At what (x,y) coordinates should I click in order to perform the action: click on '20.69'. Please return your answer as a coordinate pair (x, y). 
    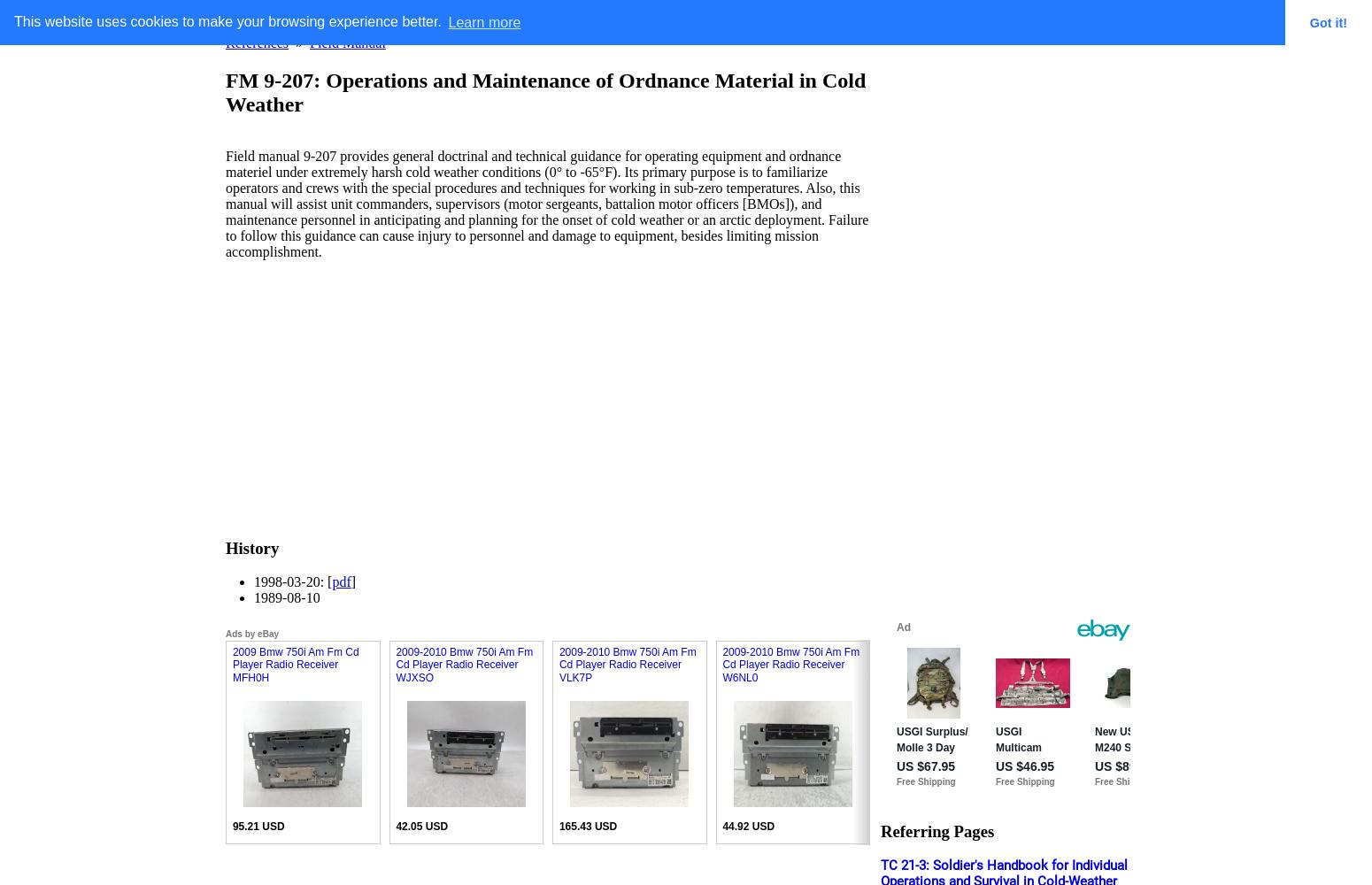
    Looking at the image, I should click on (1224, 827).